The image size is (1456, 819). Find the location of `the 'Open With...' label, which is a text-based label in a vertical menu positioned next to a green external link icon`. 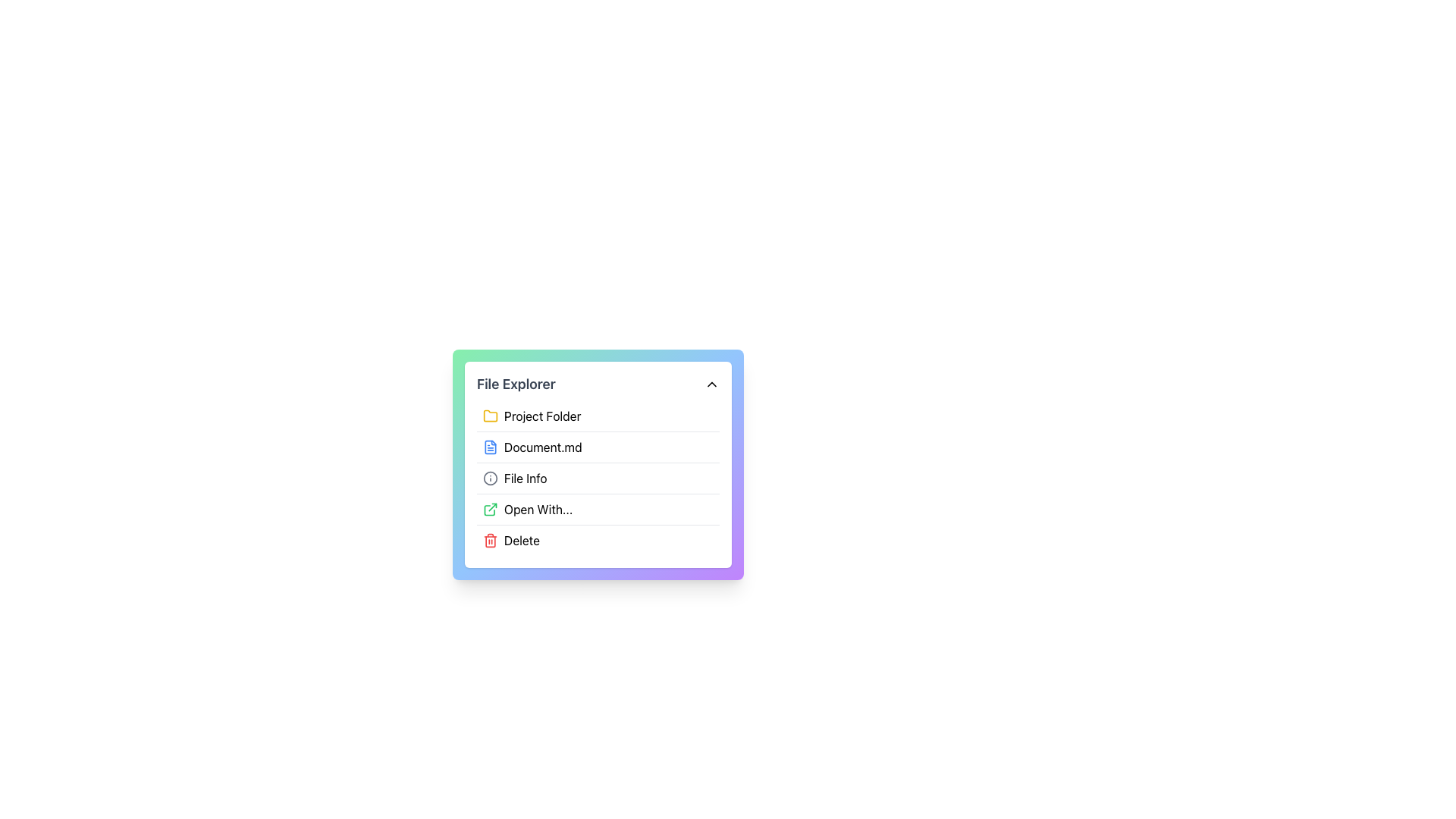

the 'Open With...' label, which is a text-based label in a vertical menu positioned next to a green external link icon is located at coordinates (538, 509).